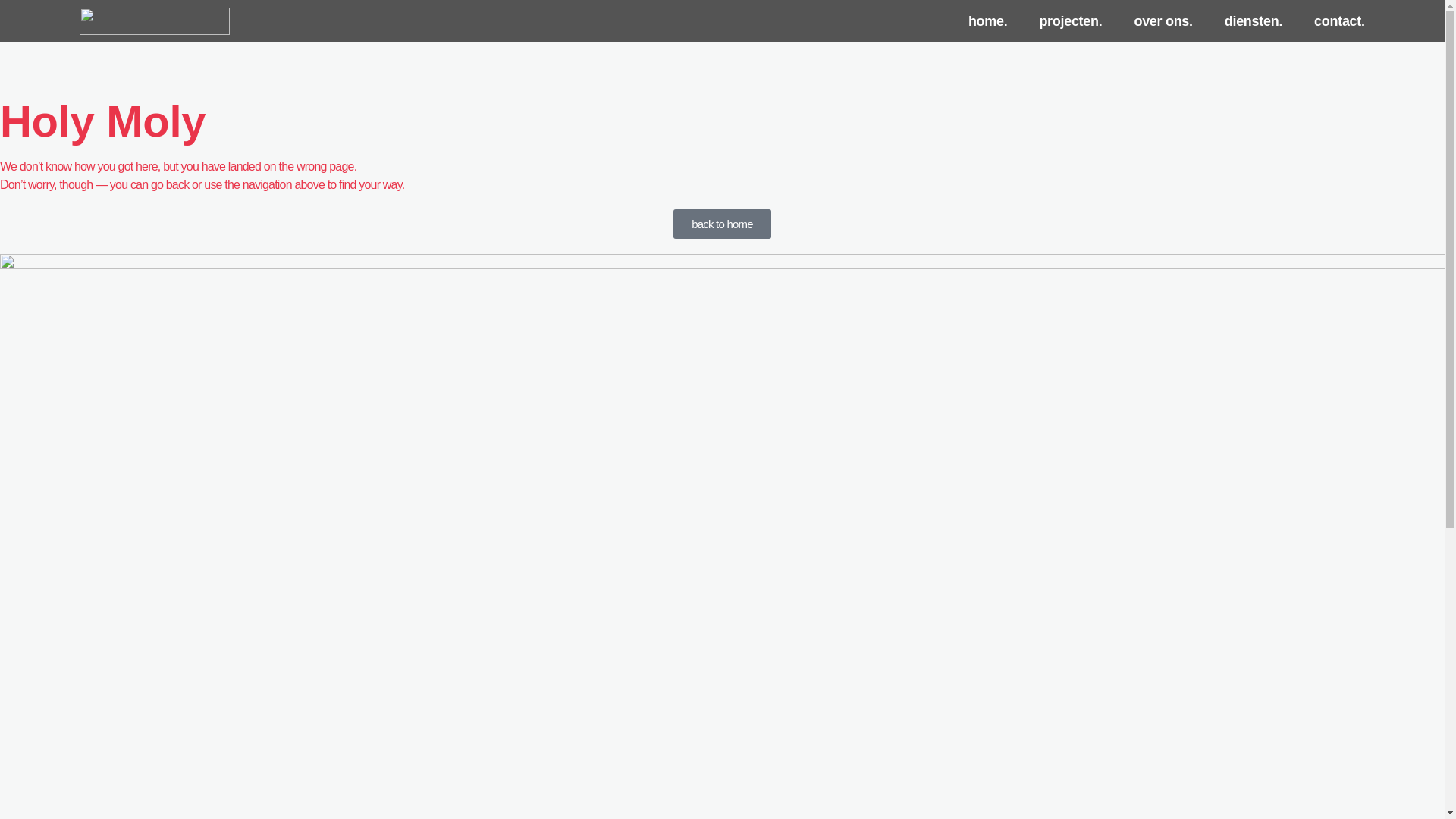 This screenshot has height=819, width=1456. What do you see at coordinates (1339, 20) in the screenshot?
I see `'contact.'` at bounding box center [1339, 20].